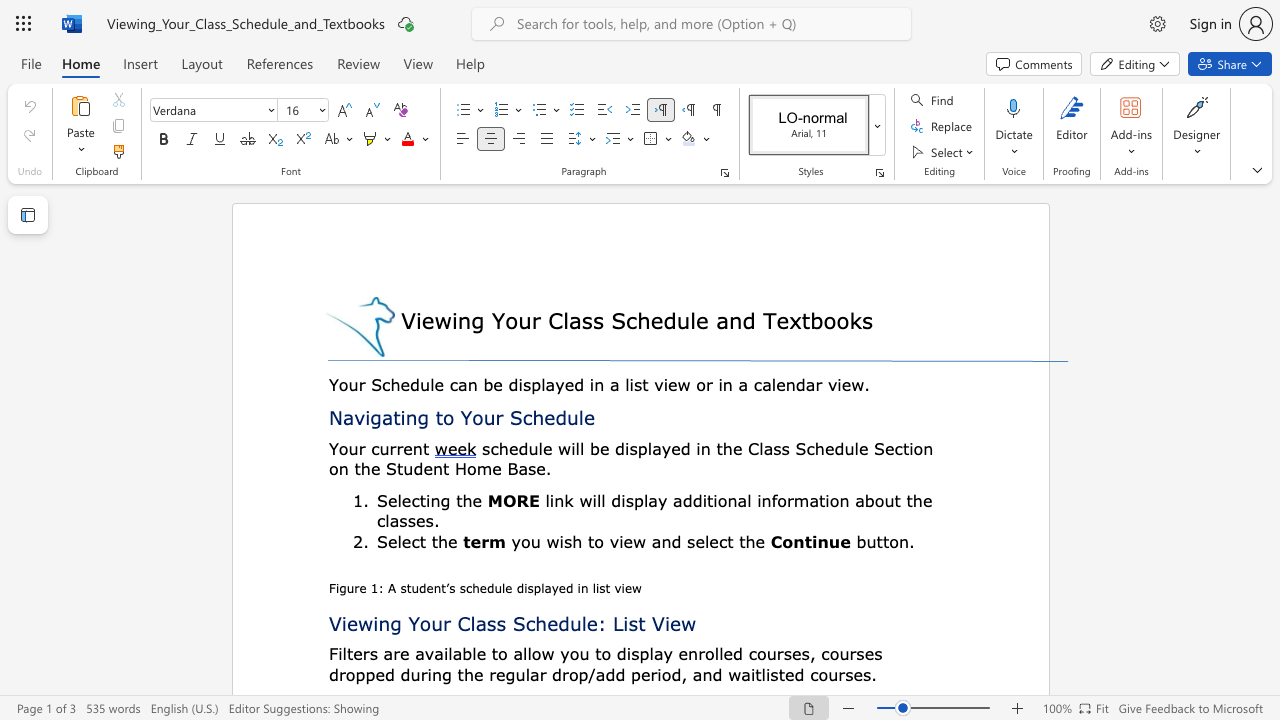 The width and height of the screenshot is (1280, 720). Describe the element at coordinates (461, 499) in the screenshot. I see `the subset text "he" within the text "Selecting the"` at that location.